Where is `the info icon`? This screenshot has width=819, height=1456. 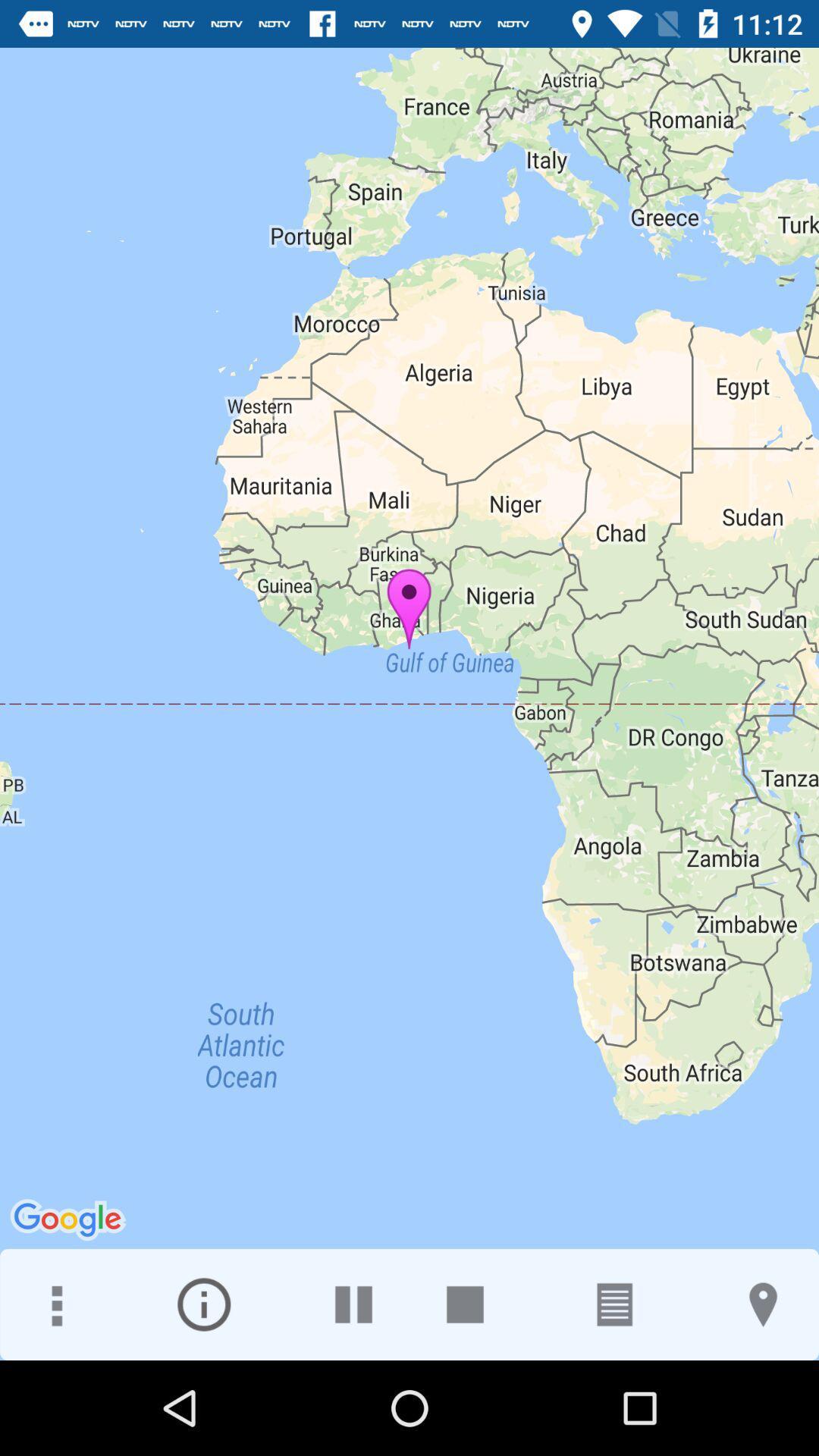 the info icon is located at coordinates (203, 1304).